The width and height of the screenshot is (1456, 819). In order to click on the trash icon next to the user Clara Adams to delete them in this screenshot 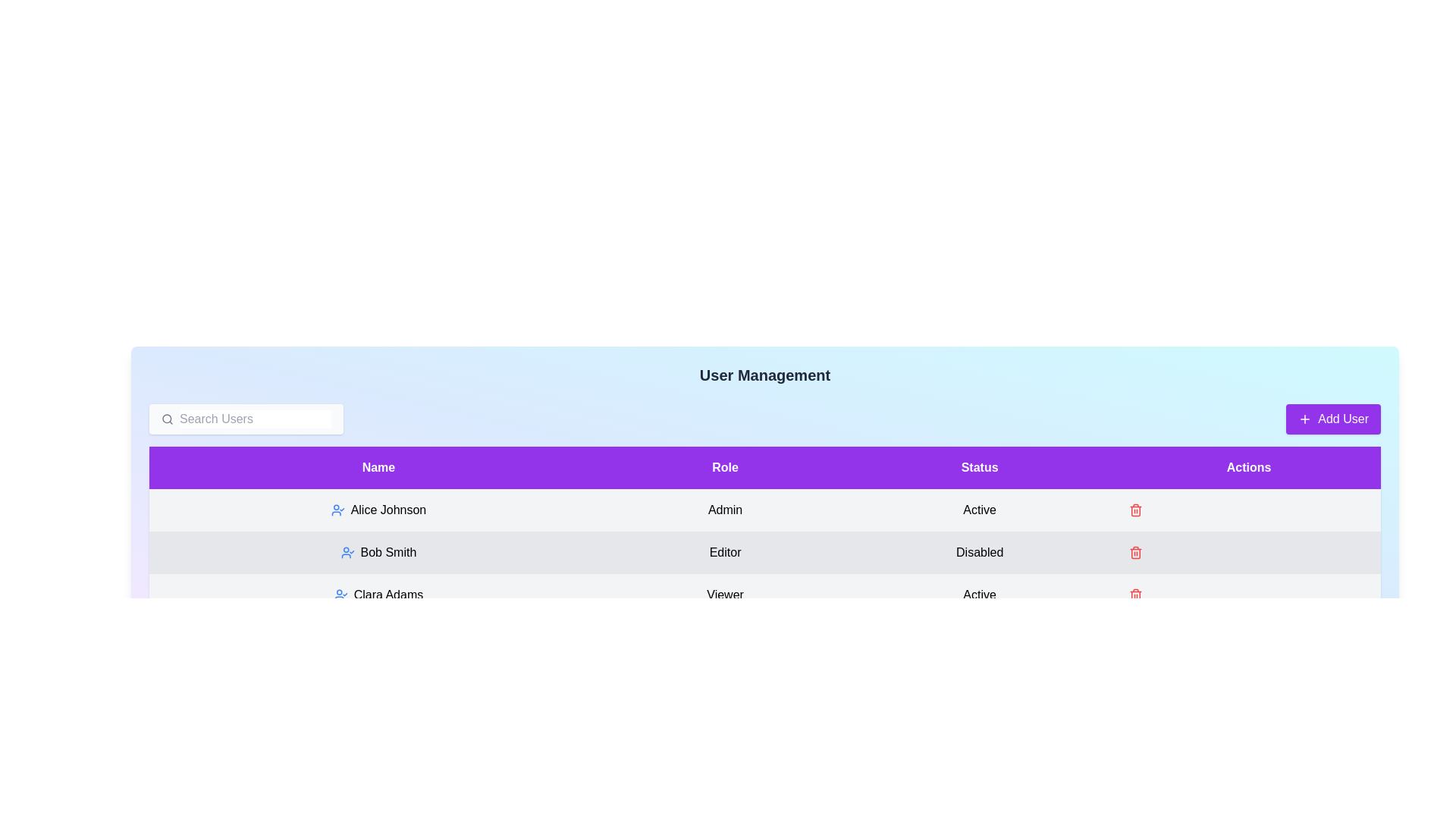, I will do `click(1135, 595)`.